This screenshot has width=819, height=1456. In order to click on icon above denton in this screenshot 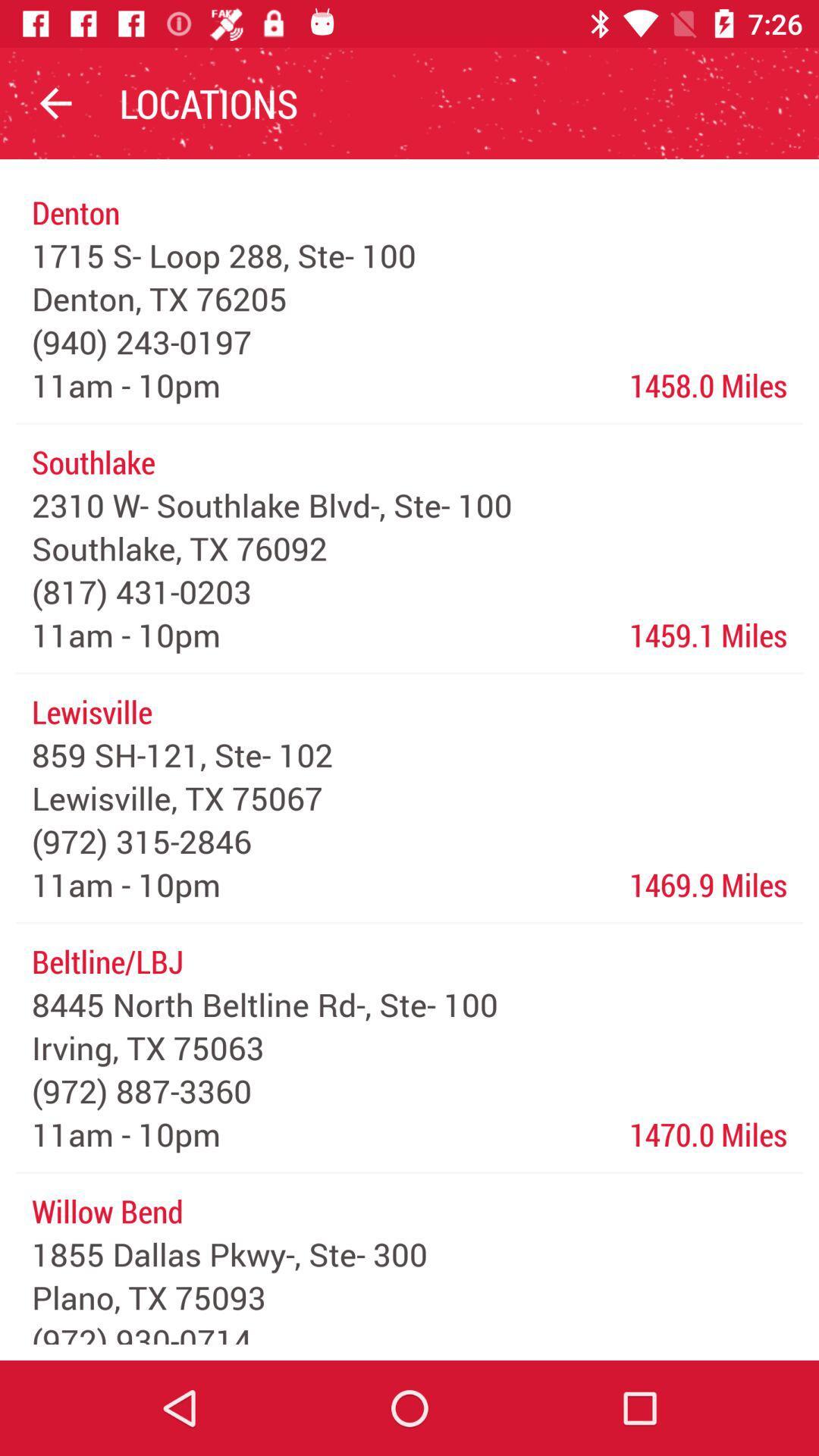, I will do `click(55, 102)`.